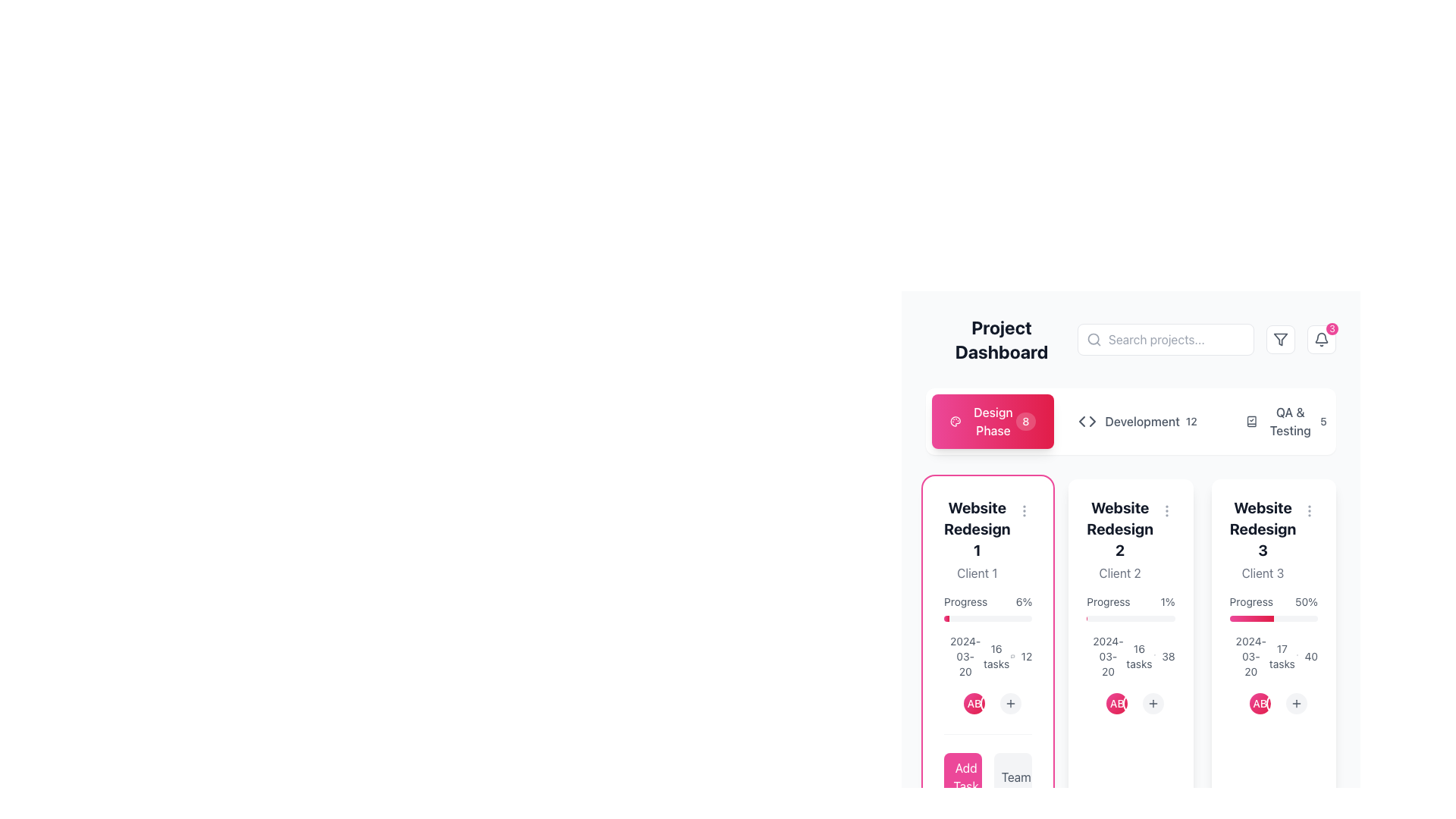  I want to click on the grid layout containing the date '2024-03-20', task count '16 tasks', and number '12' for additional information, so click(988, 656).